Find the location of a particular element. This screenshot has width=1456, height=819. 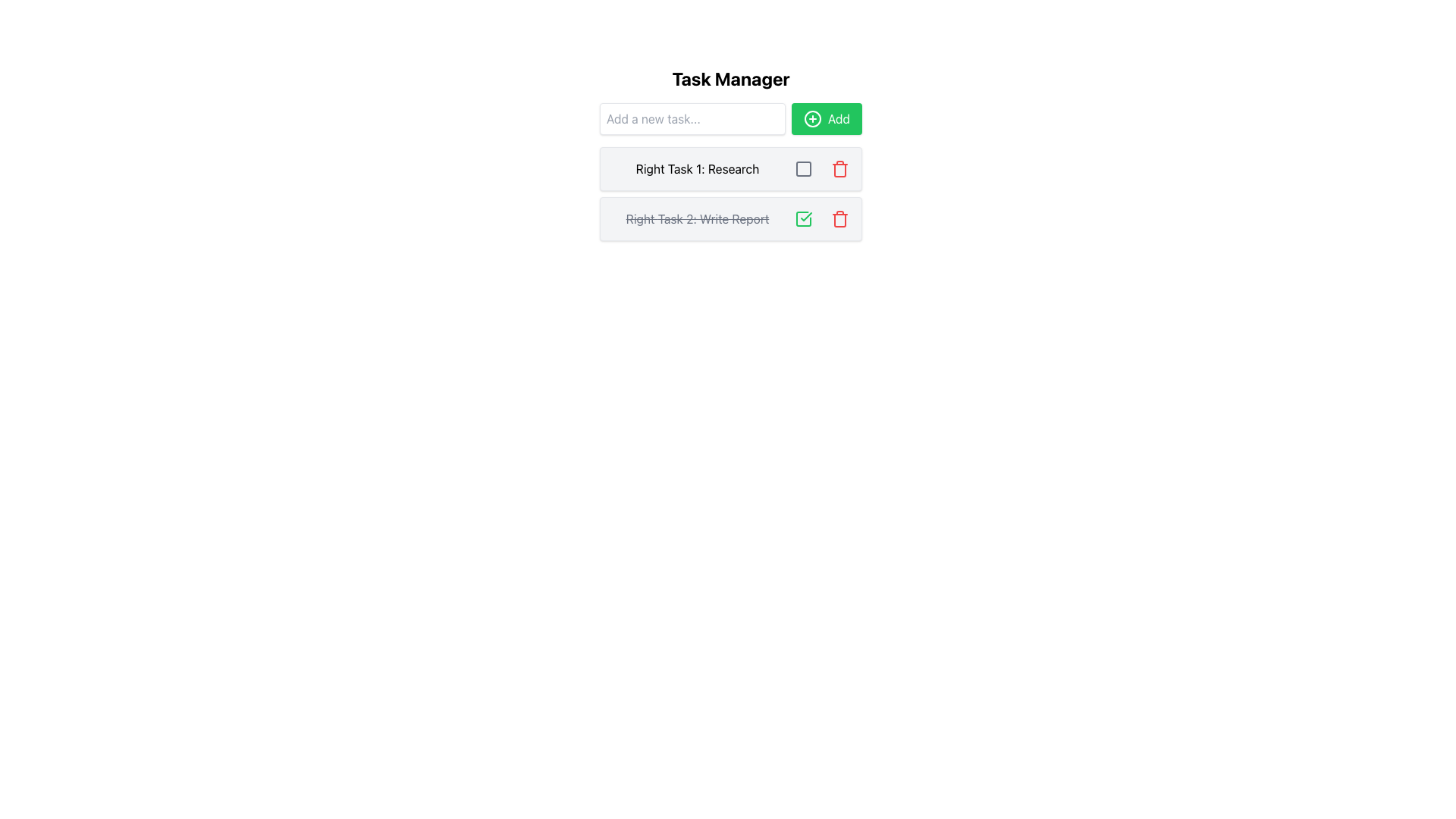

the static Text Label that conveys the title or description of a task, positioned to the leftmost side within the Task Manager interface is located at coordinates (697, 169).